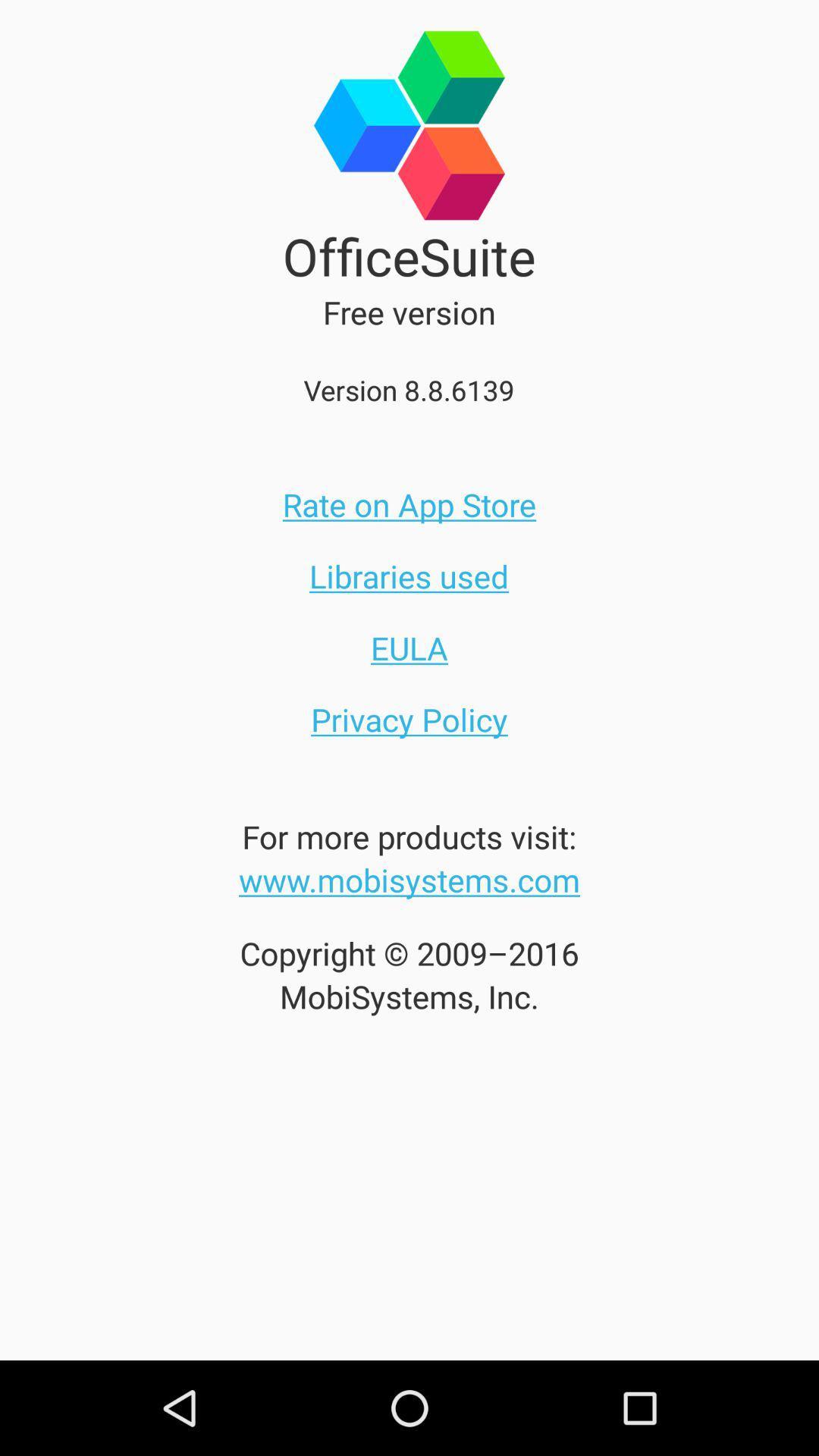  Describe the element at coordinates (409, 648) in the screenshot. I see `eula` at that location.